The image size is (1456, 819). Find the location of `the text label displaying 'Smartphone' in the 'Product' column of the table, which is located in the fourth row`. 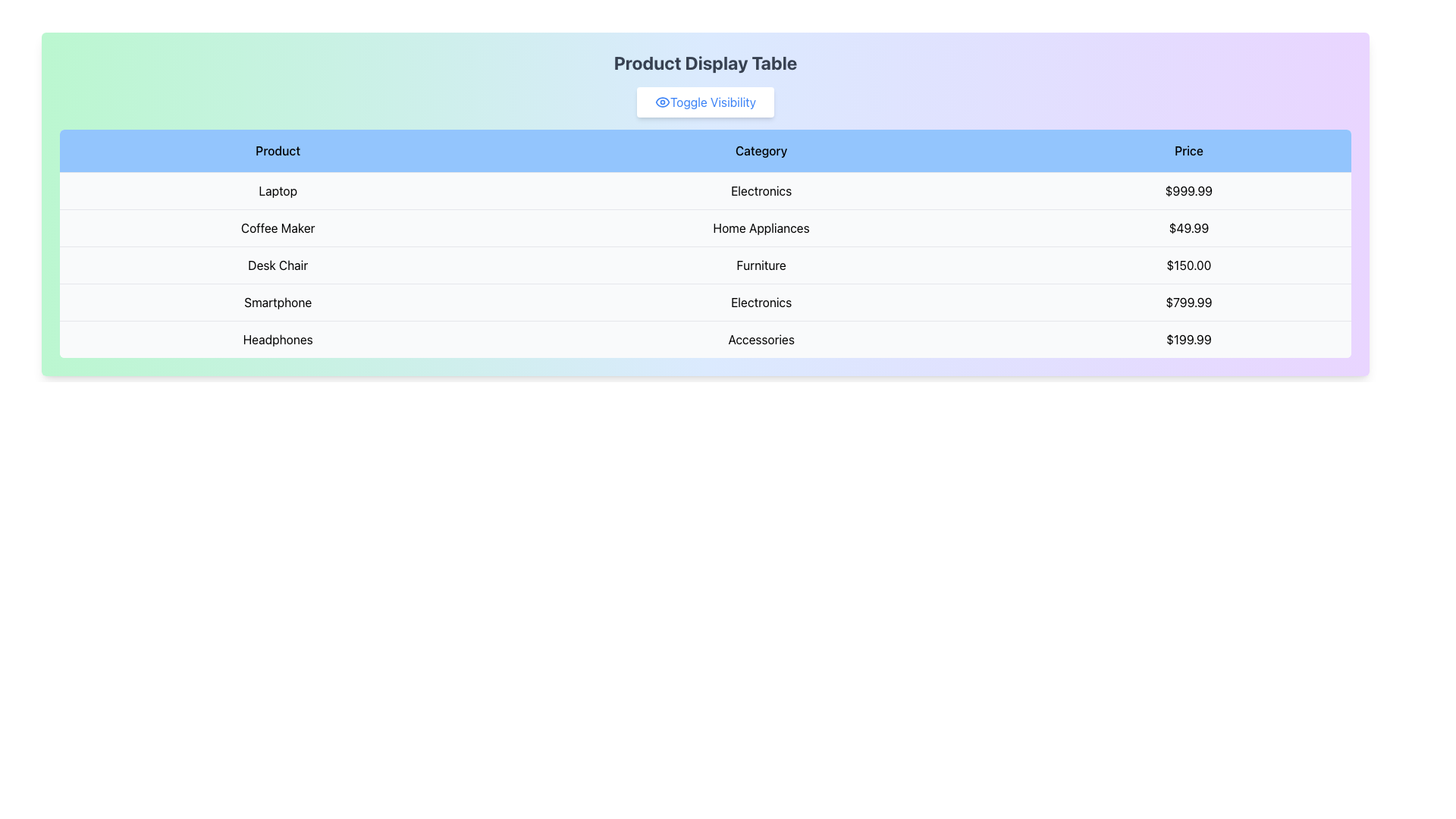

the text label displaying 'Smartphone' in the 'Product' column of the table, which is located in the fourth row is located at coordinates (278, 302).